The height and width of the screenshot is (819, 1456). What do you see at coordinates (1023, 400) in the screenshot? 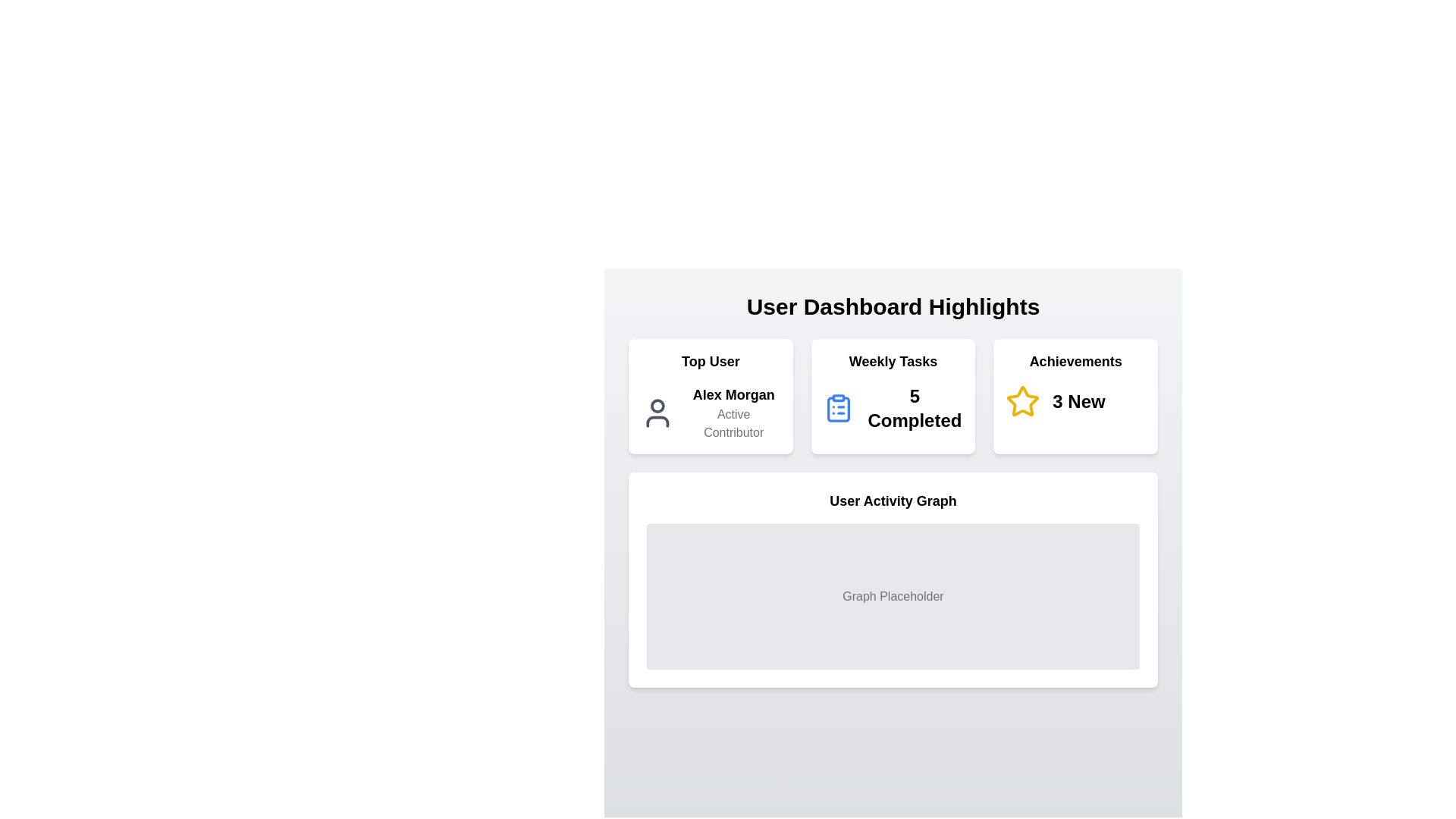
I see `the star icon with a yellow outline located at the top-right corner of the 'Achievements' section on the User Dashboard Highlights` at bounding box center [1023, 400].